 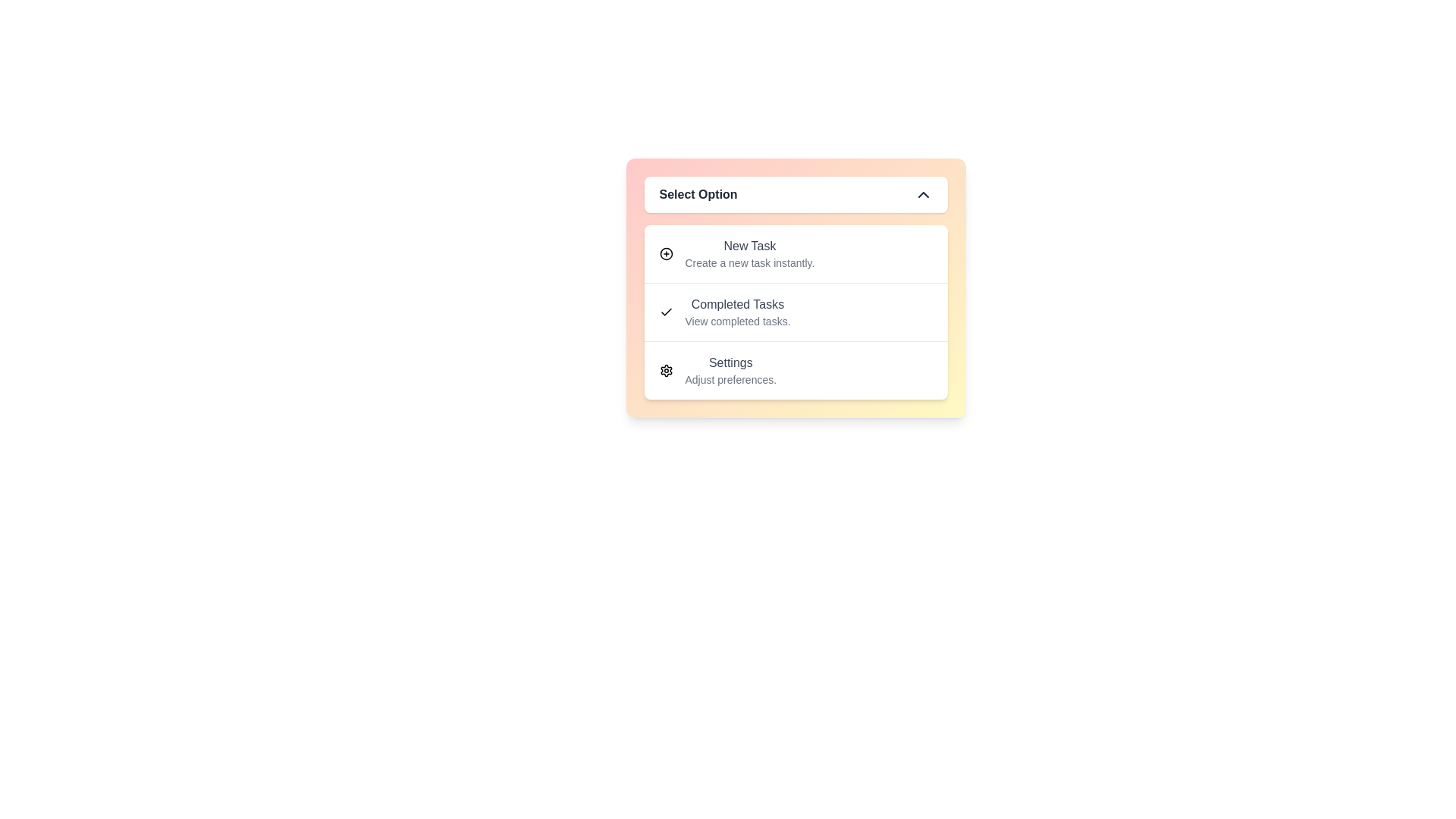 What do you see at coordinates (795, 194) in the screenshot?
I see `the dropdown button to toggle the menu visibility` at bounding box center [795, 194].